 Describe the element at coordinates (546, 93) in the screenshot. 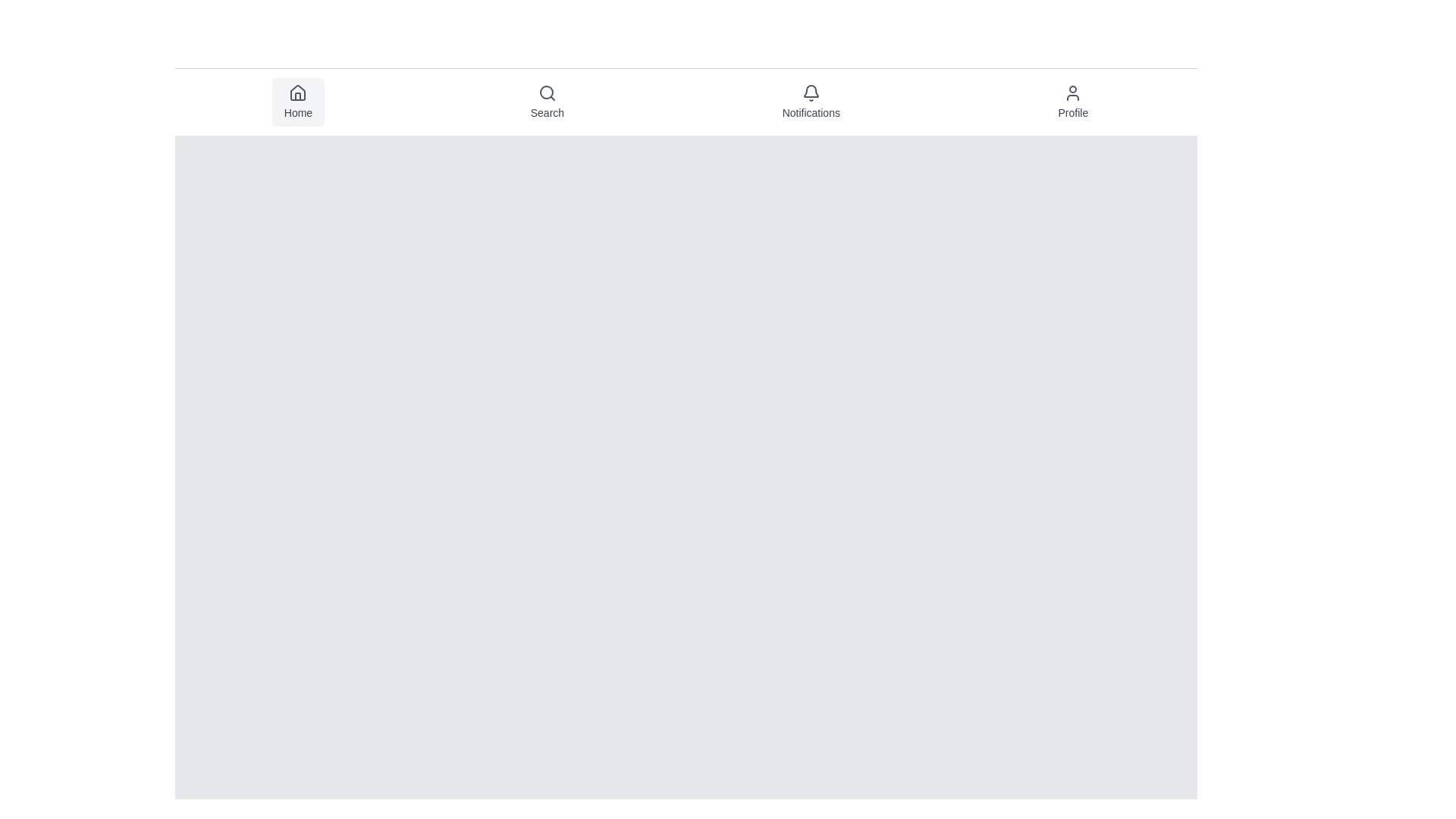

I see `the decorative circle within the magnifying glass icon in the navigation bar, which represents the search functionality` at that location.